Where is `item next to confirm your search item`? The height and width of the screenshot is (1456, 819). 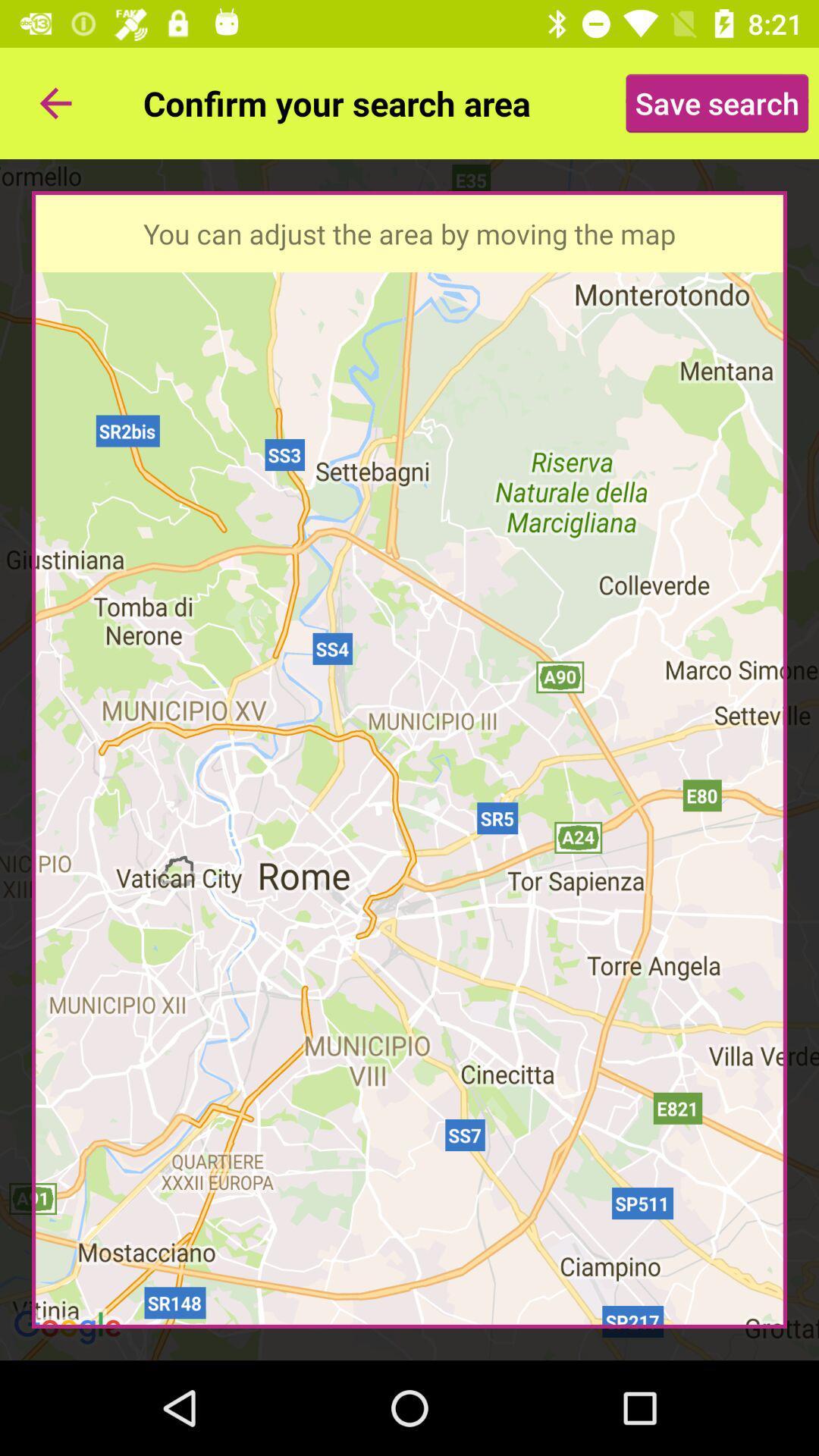
item next to confirm your search item is located at coordinates (717, 102).